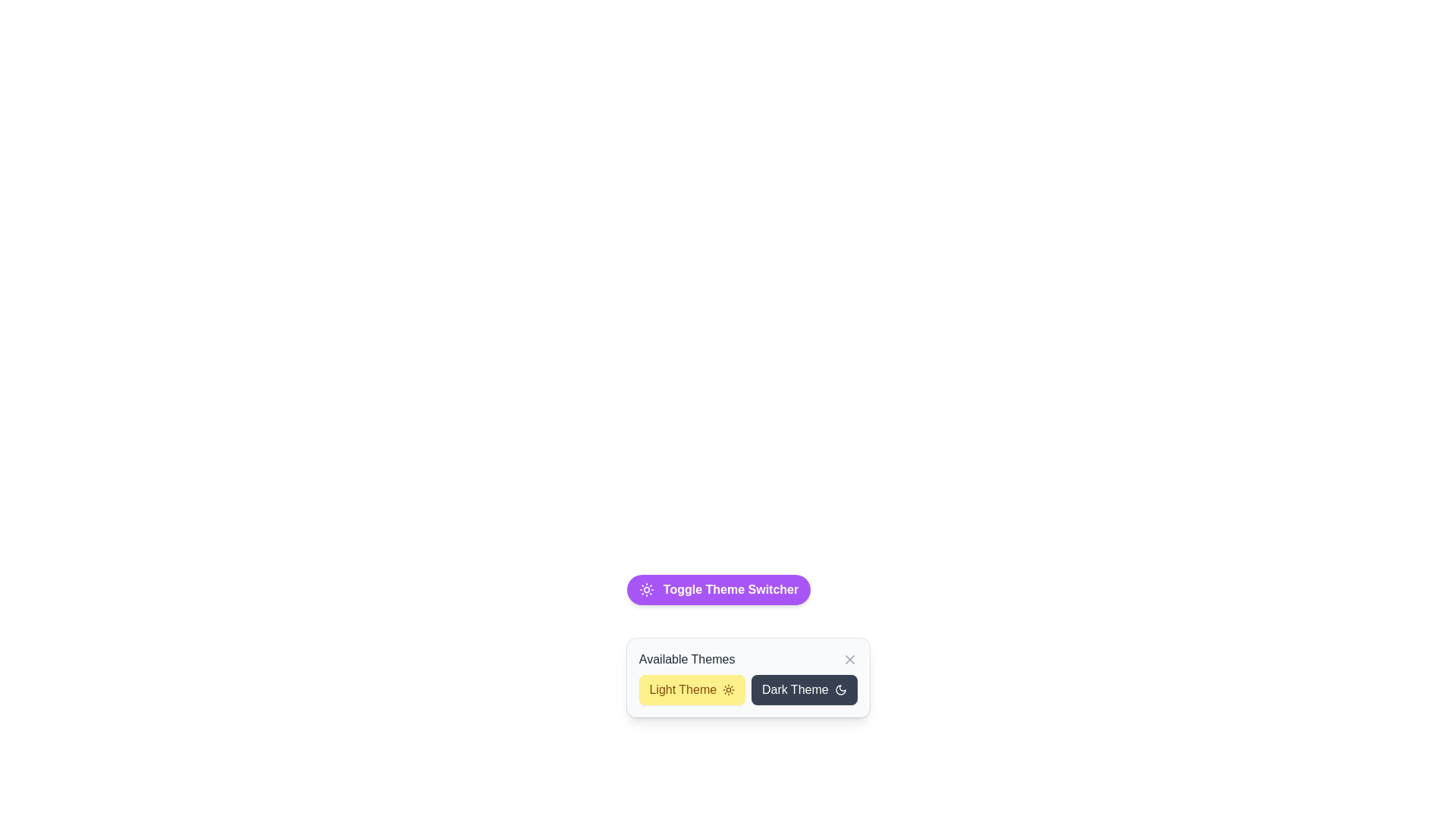  I want to click on text label displaying 'Available Themes' located at the top left of the modal dialog, so click(686, 659).